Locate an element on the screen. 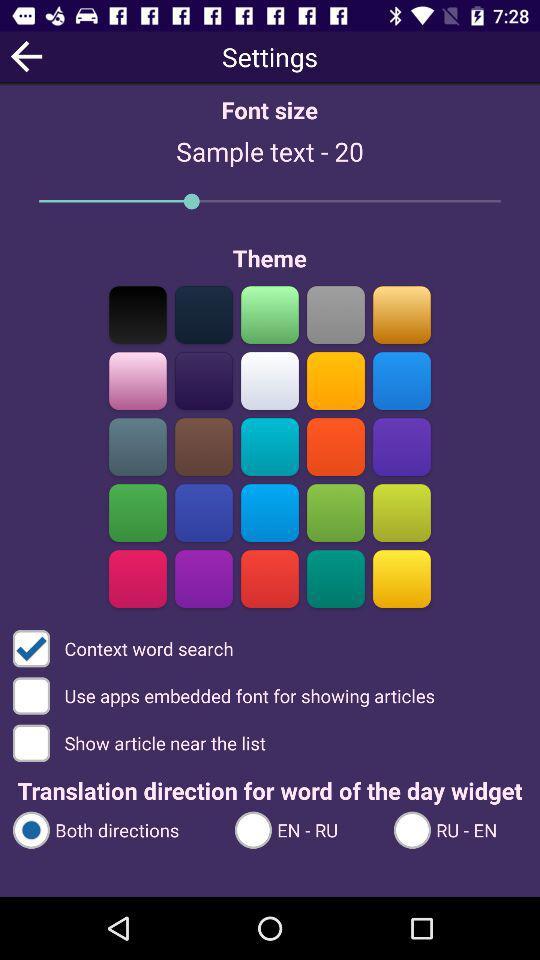  theme color as sky blue is located at coordinates (401, 380).